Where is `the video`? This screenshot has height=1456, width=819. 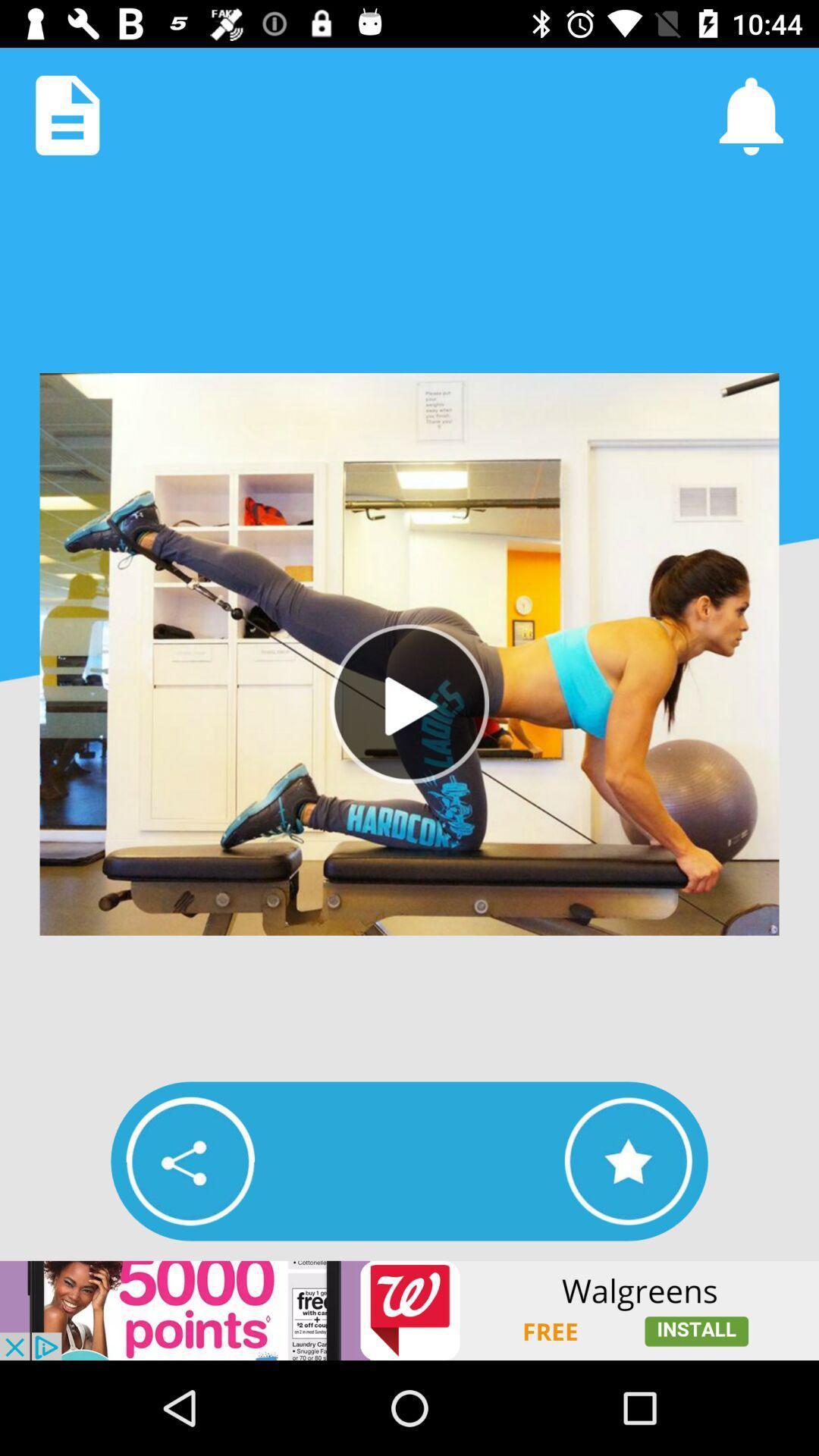
the video is located at coordinates (628, 1160).